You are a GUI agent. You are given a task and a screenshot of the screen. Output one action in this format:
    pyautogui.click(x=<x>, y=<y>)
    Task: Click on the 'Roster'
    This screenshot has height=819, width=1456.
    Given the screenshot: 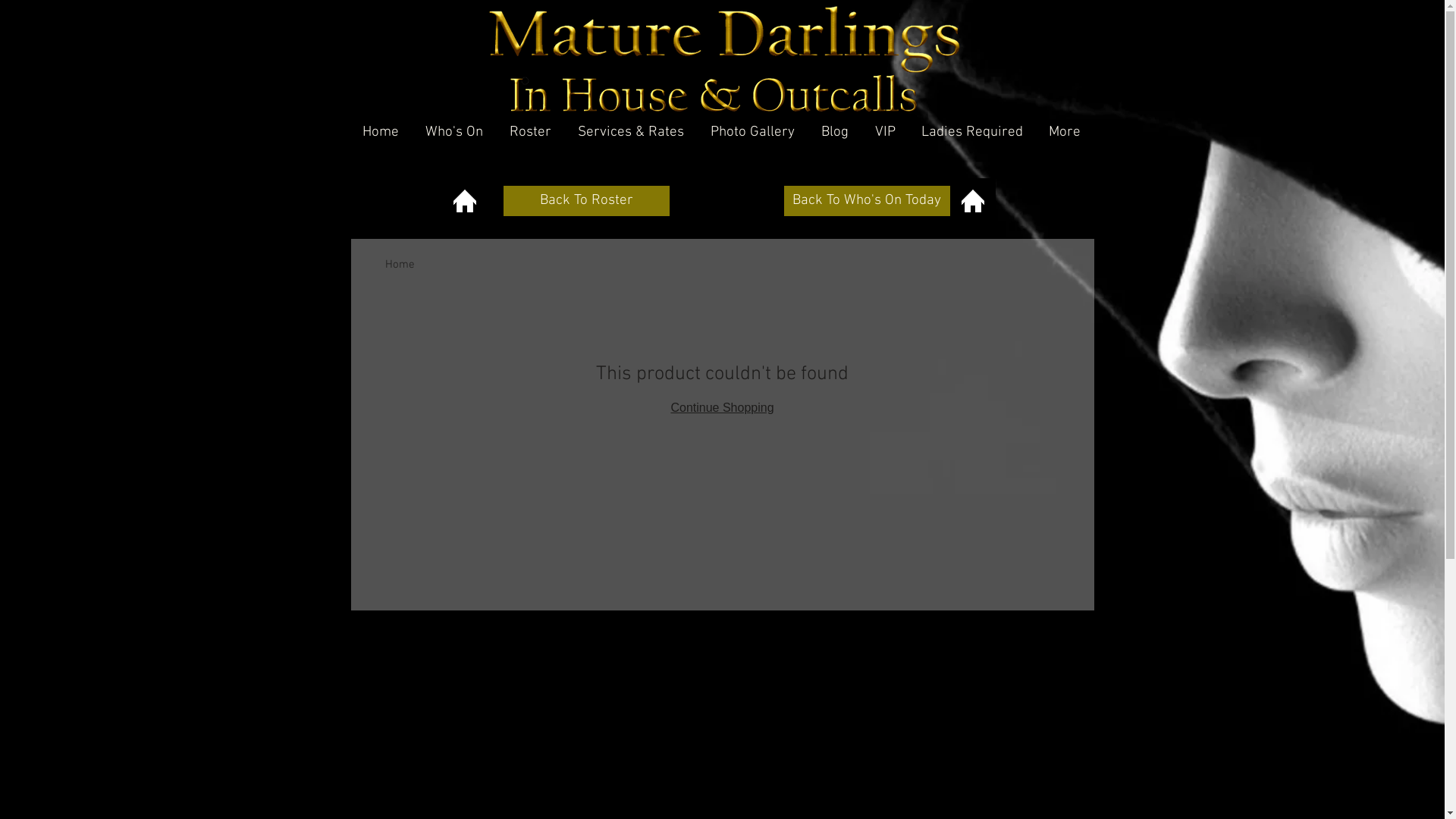 What is the action you would take?
    pyautogui.click(x=531, y=131)
    